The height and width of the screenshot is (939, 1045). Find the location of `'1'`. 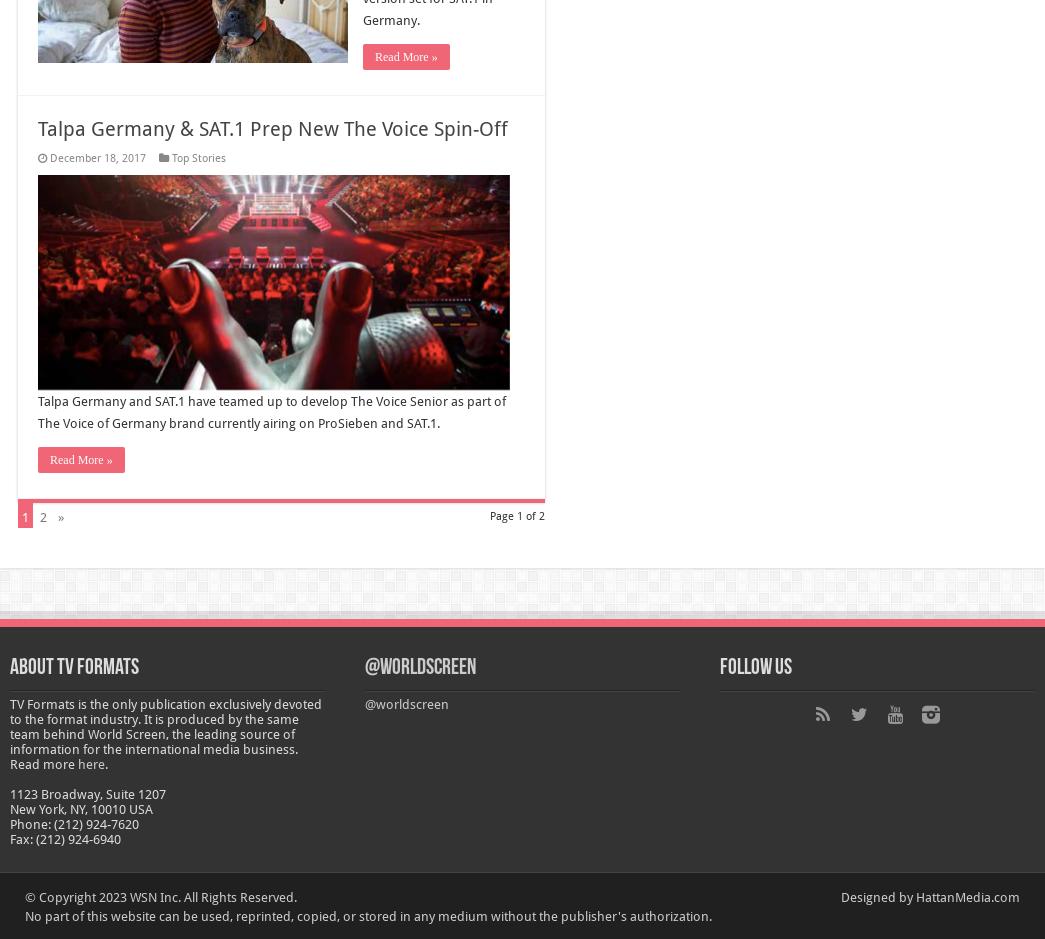

'1' is located at coordinates (24, 516).